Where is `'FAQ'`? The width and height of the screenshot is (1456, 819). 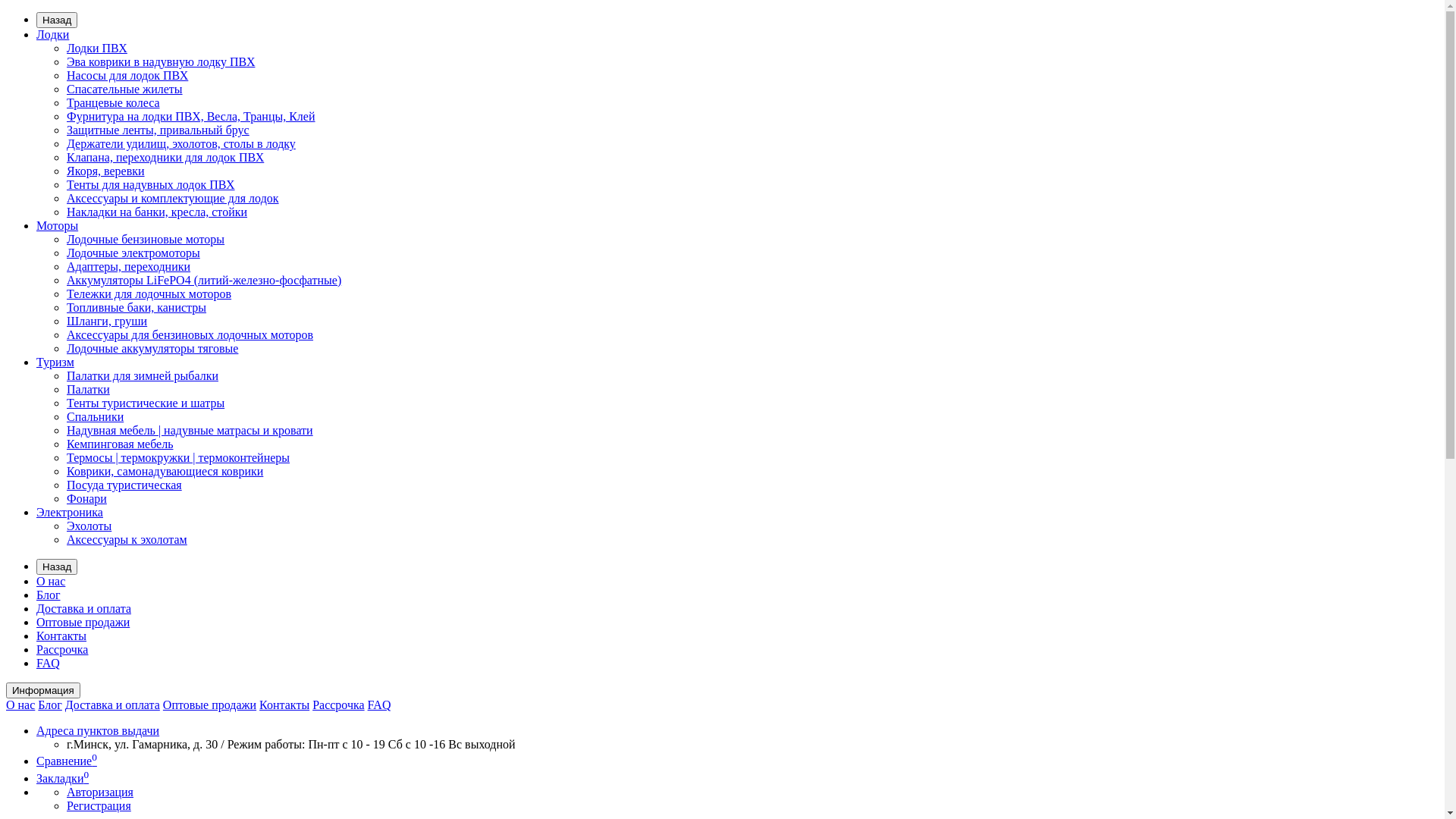 'FAQ' is located at coordinates (48, 662).